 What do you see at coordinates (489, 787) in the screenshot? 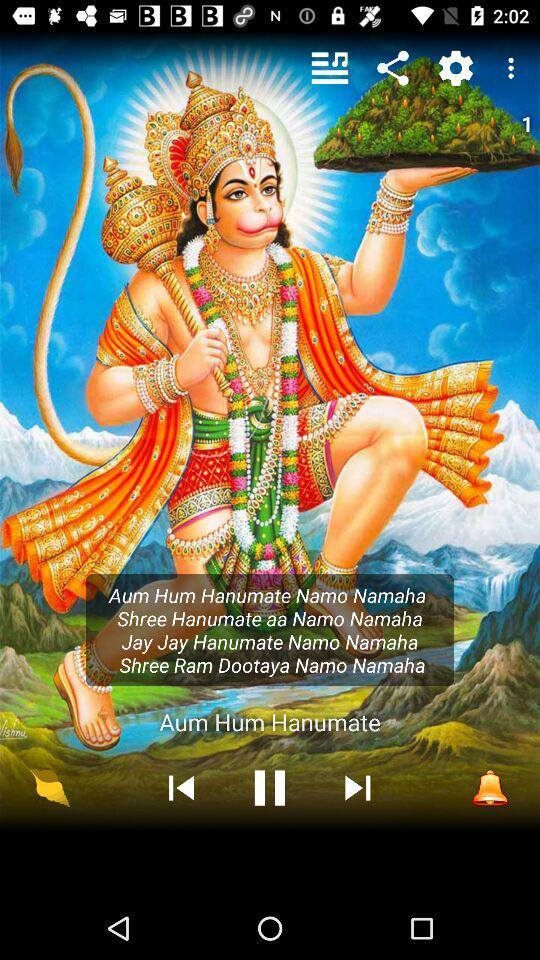
I see `the notifications icon` at bounding box center [489, 787].